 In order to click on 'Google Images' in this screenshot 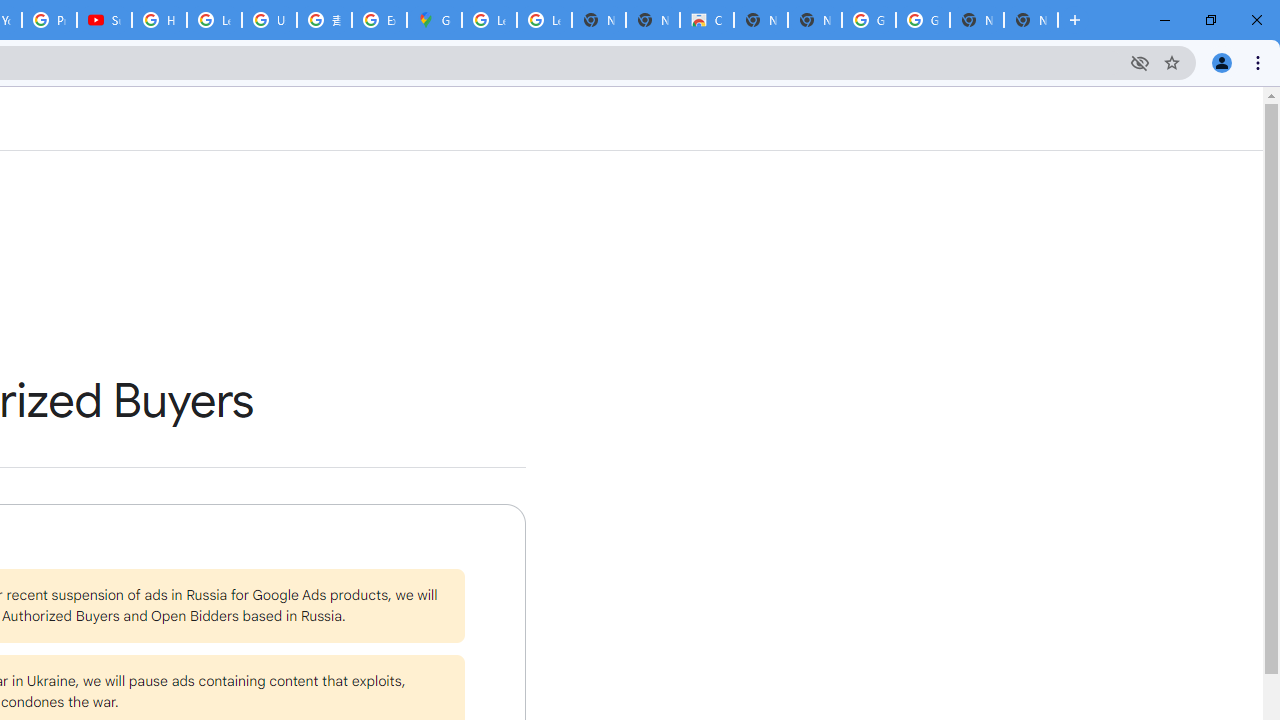, I will do `click(869, 20)`.